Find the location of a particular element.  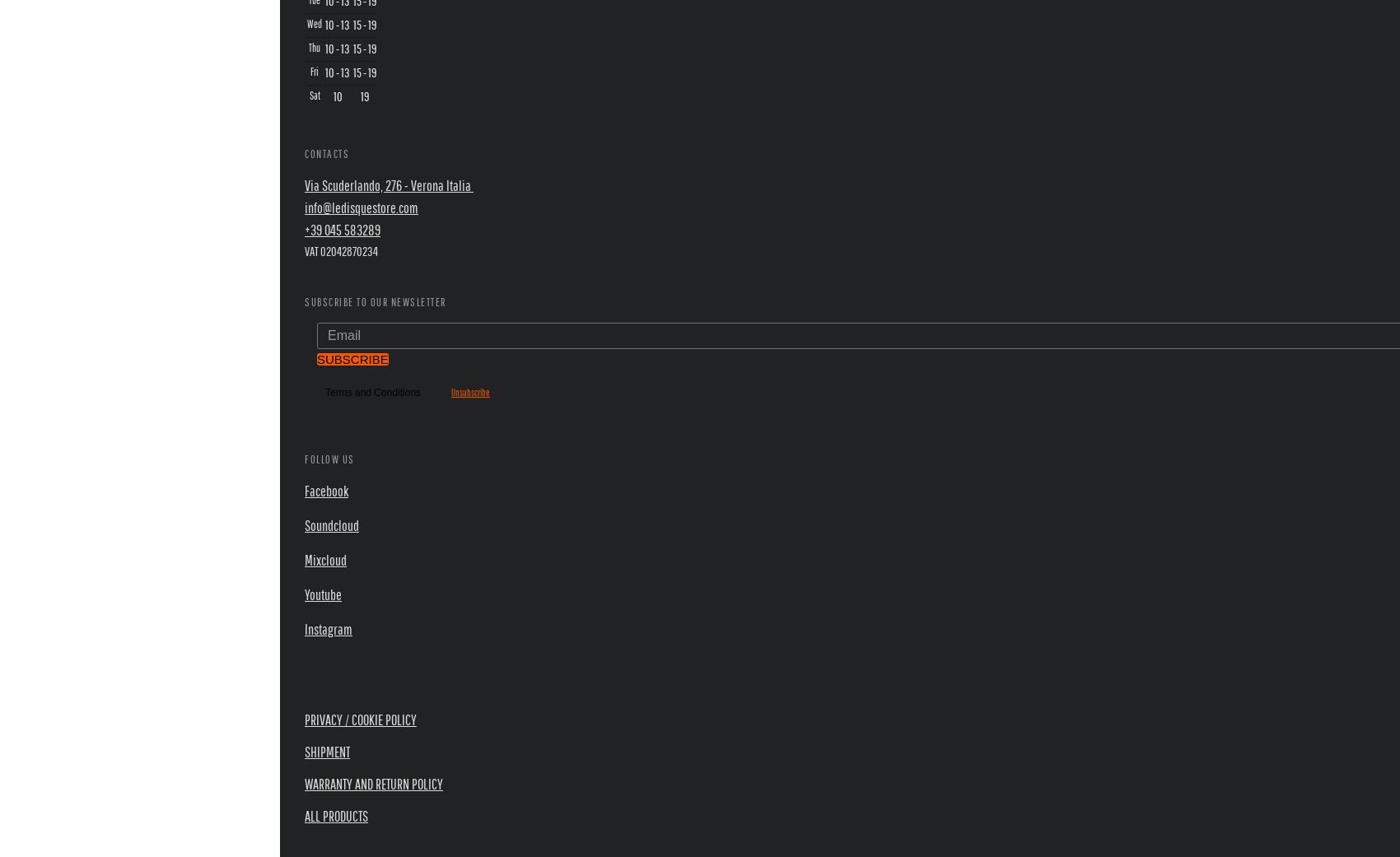

'Via Scuderlando, 276 - Verona Italia' is located at coordinates (303, 184).